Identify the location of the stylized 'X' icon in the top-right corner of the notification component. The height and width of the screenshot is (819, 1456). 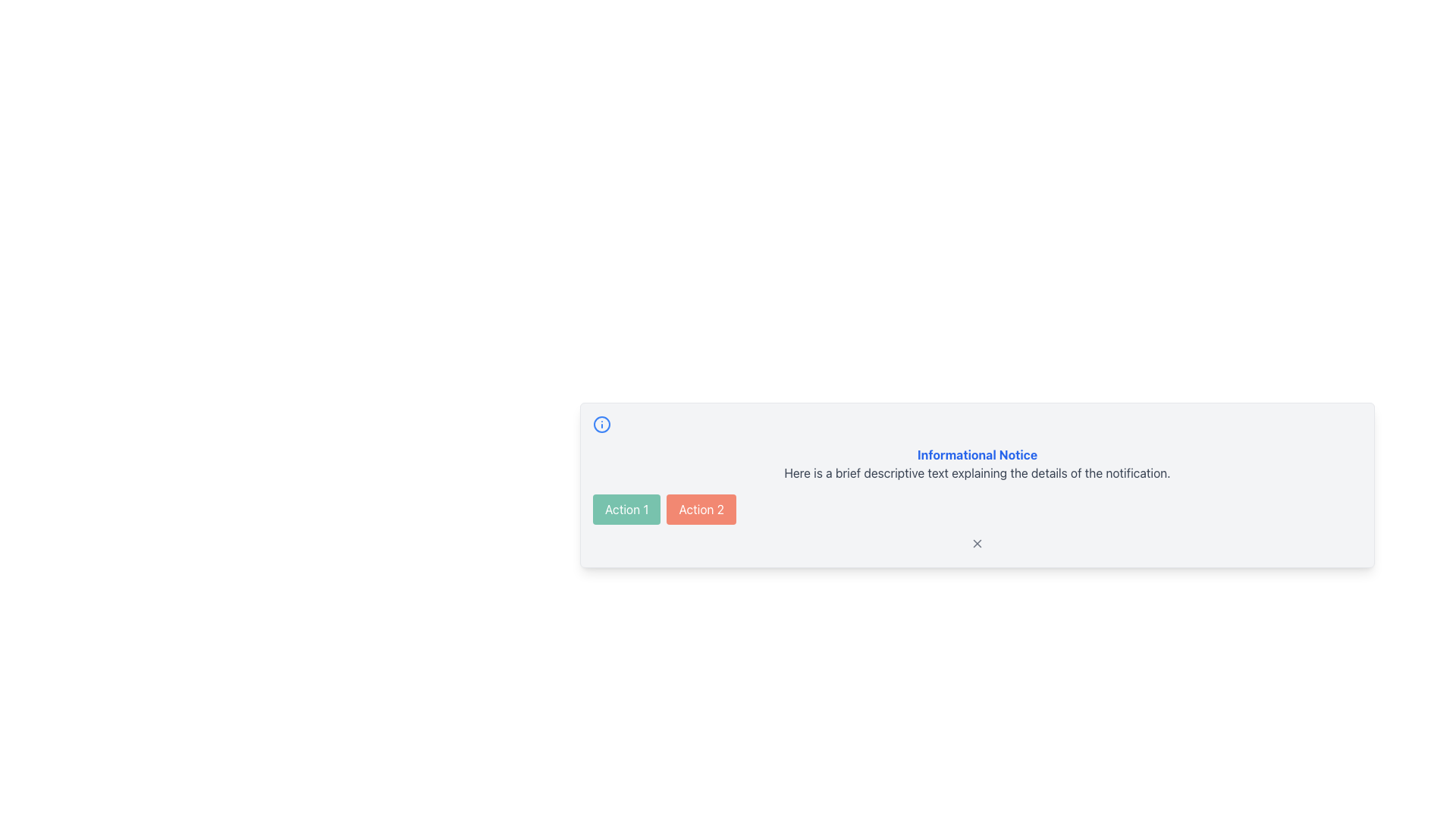
(977, 543).